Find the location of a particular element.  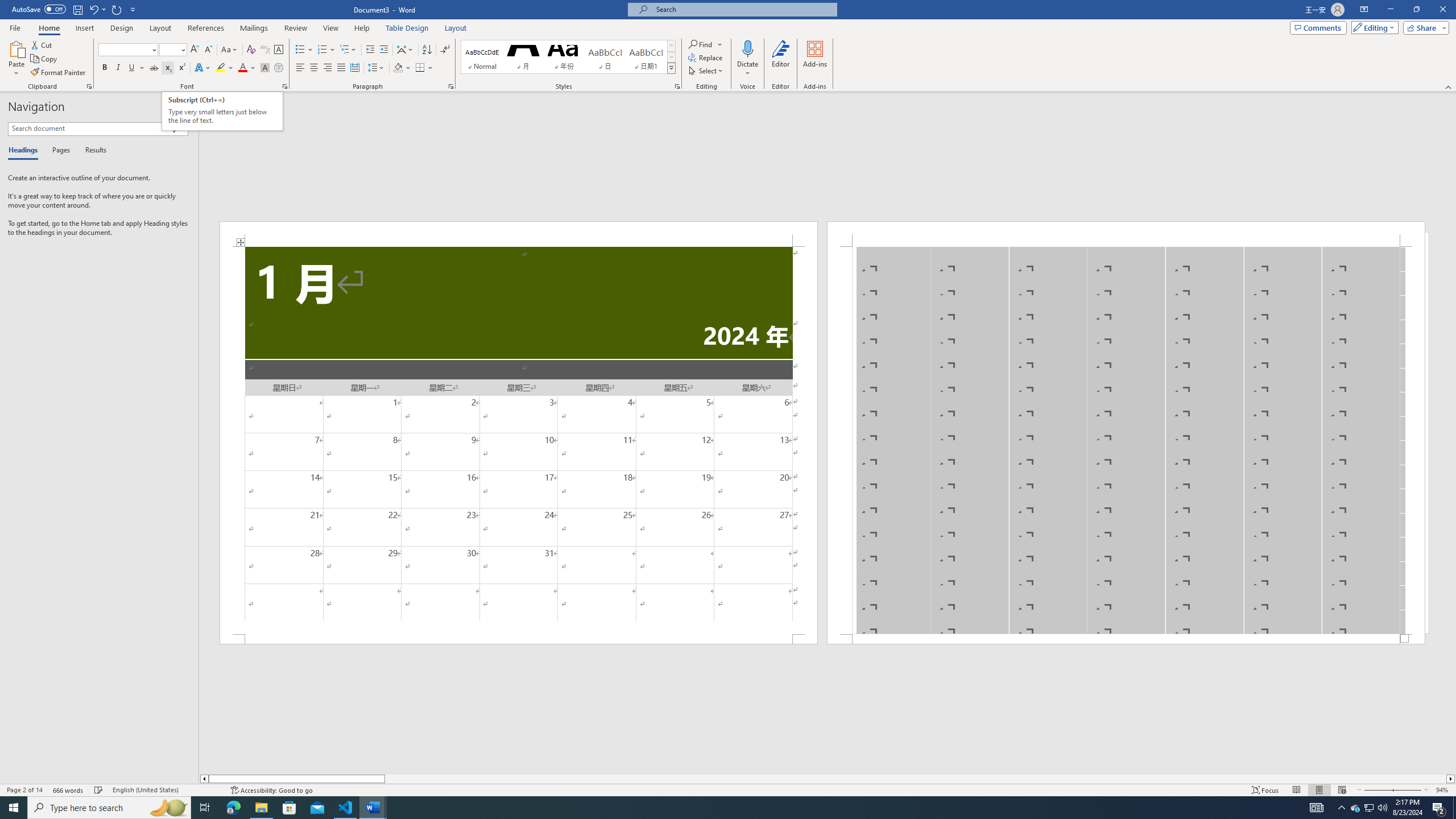

'Header -Section 1-' is located at coordinates (1126, 233).